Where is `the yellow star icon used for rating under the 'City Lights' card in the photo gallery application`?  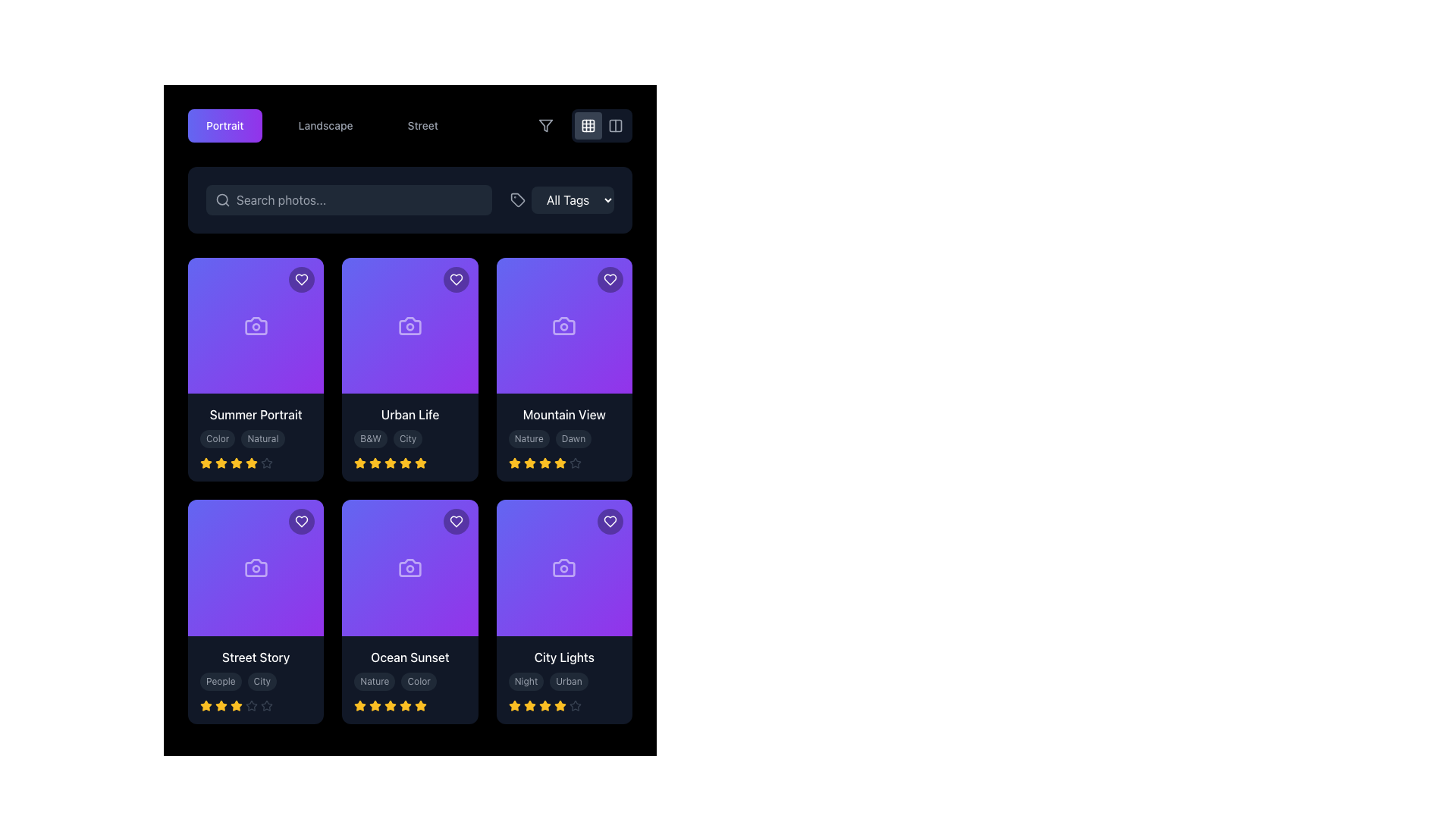 the yellow star icon used for rating under the 'City Lights' card in the photo gallery application is located at coordinates (514, 705).